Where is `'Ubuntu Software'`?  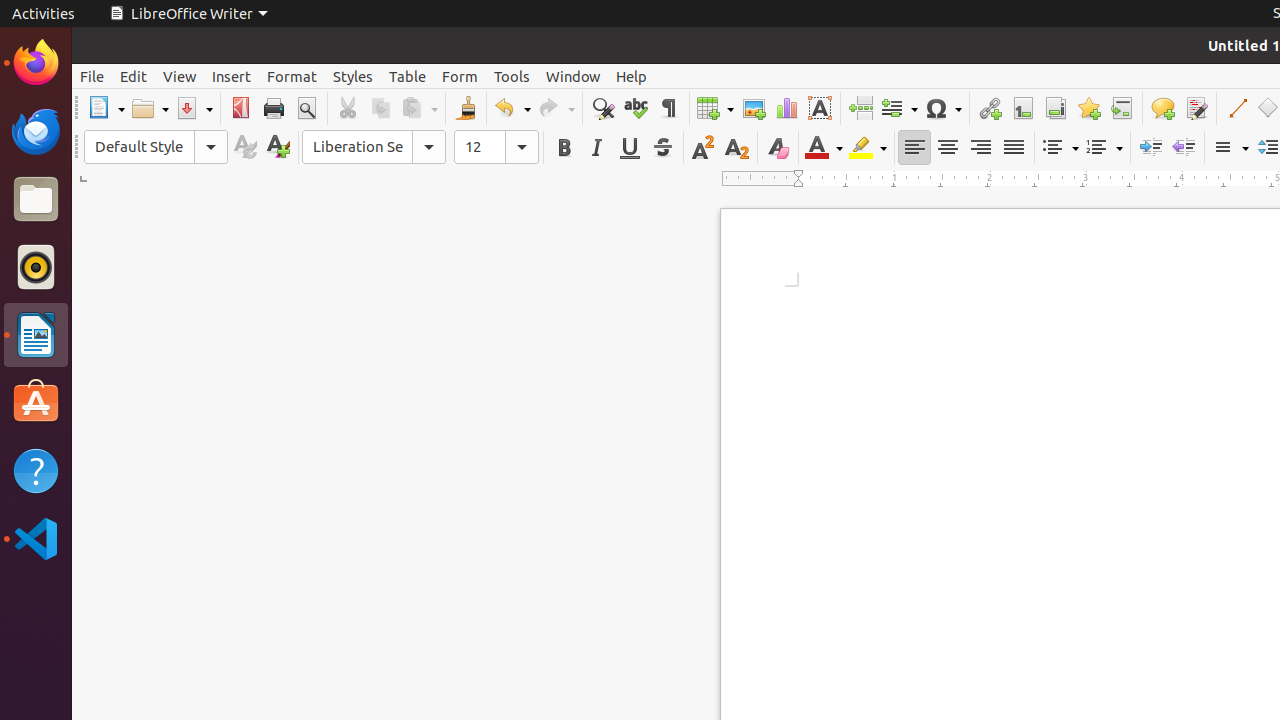
'Ubuntu Software' is located at coordinates (35, 403).